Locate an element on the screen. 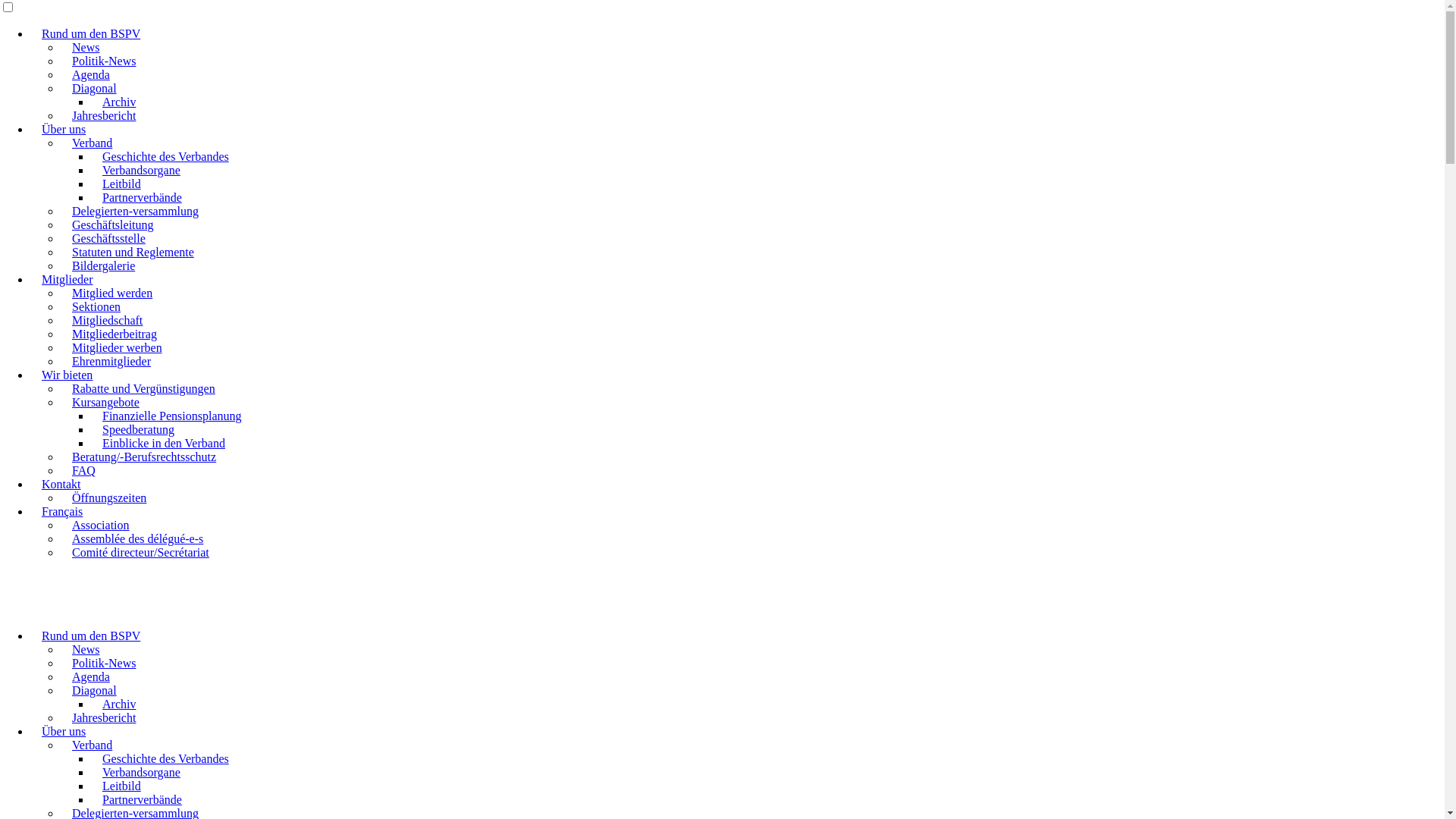  'Archiv' is located at coordinates (118, 704).